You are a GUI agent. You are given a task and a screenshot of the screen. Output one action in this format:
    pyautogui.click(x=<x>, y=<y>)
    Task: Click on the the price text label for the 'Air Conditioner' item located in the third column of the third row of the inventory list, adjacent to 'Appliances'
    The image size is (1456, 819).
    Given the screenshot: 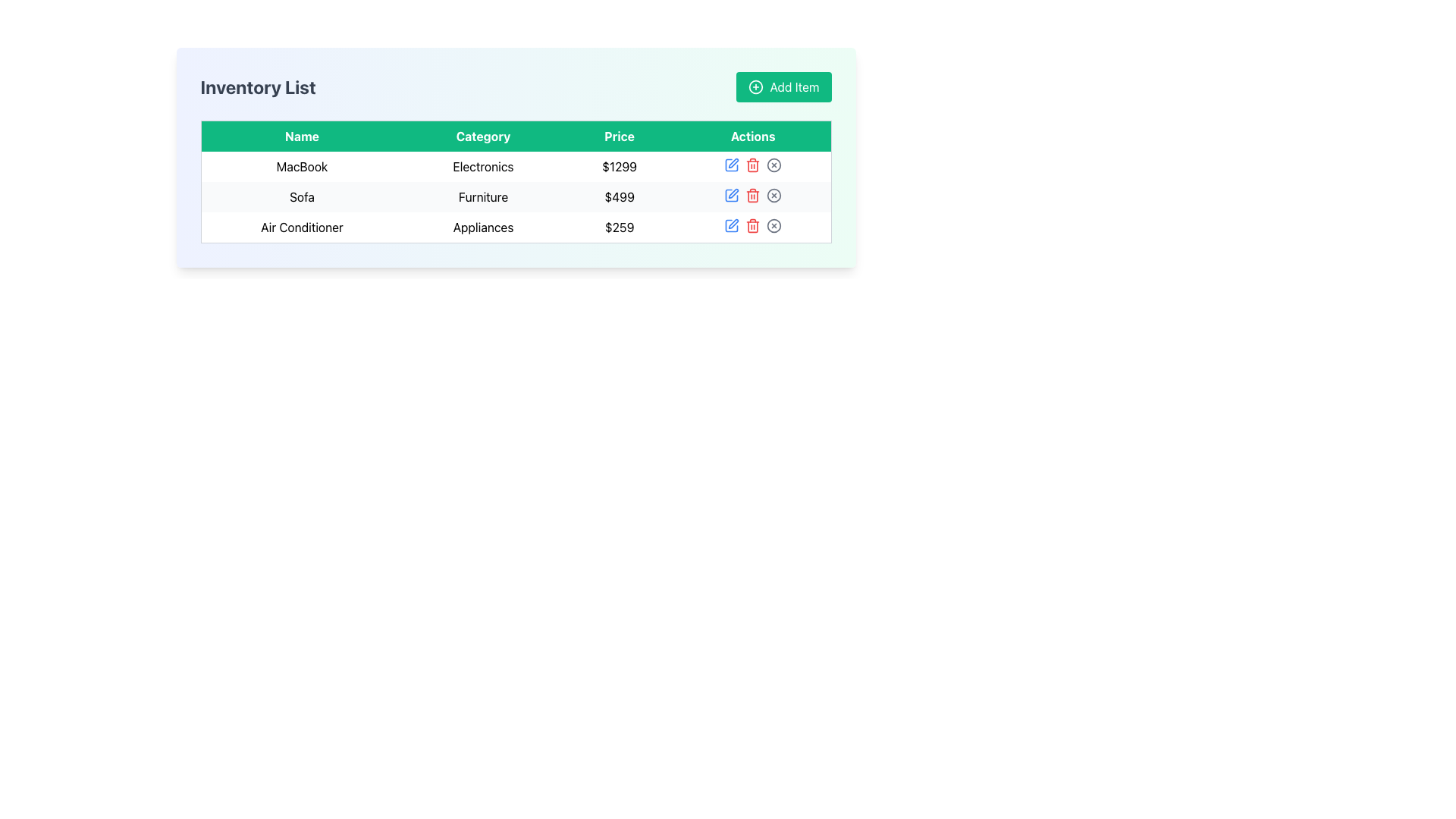 What is the action you would take?
    pyautogui.click(x=620, y=227)
    